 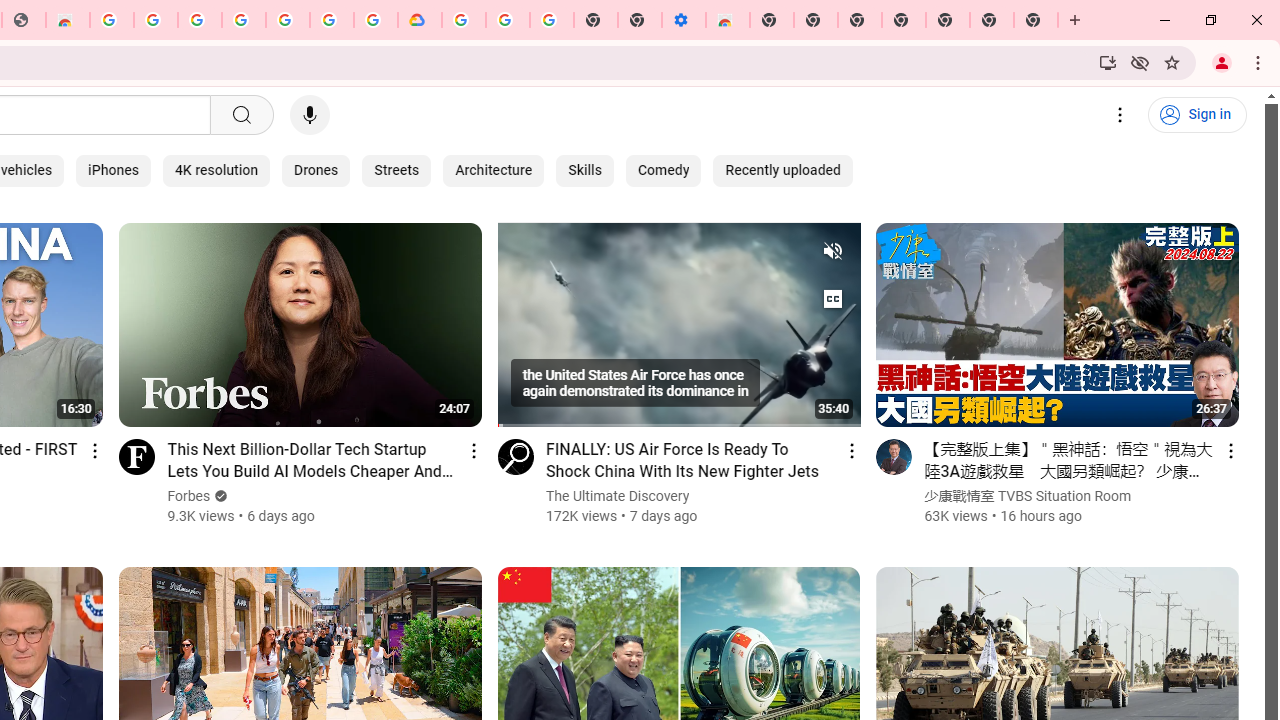 I want to click on 'Drones', so click(x=315, y=170).